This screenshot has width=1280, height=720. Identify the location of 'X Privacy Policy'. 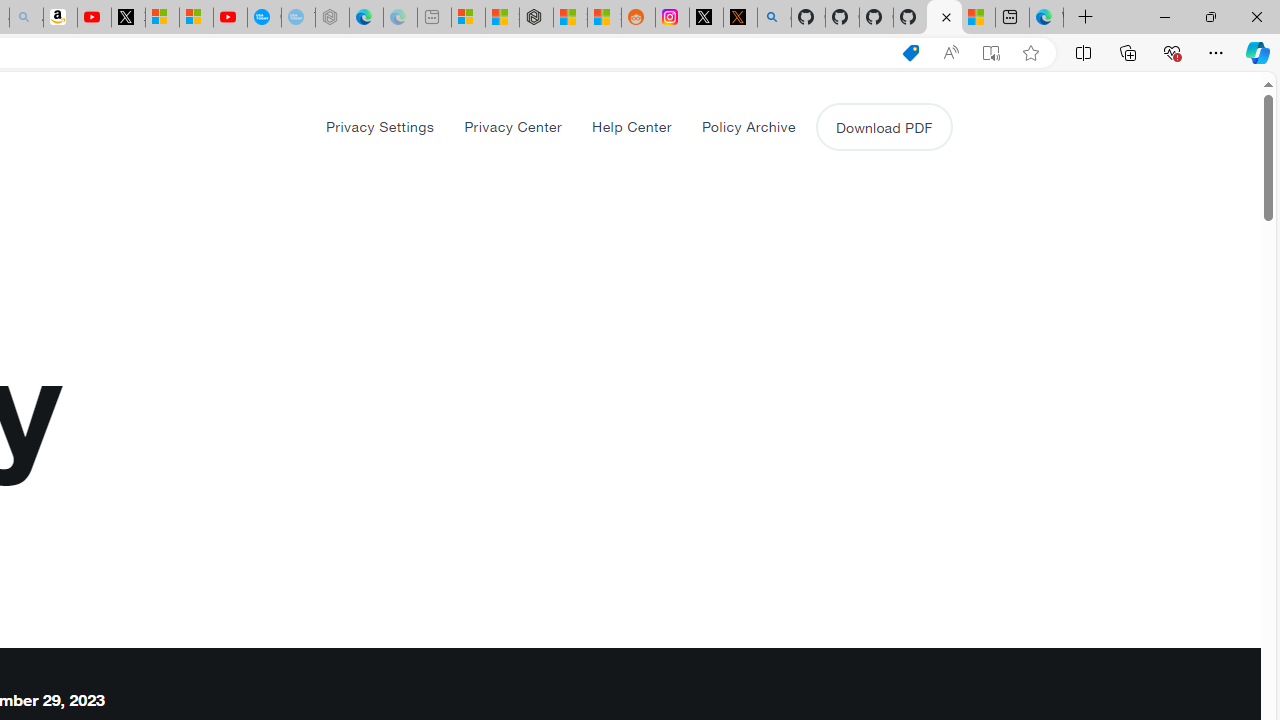
(943, 17).